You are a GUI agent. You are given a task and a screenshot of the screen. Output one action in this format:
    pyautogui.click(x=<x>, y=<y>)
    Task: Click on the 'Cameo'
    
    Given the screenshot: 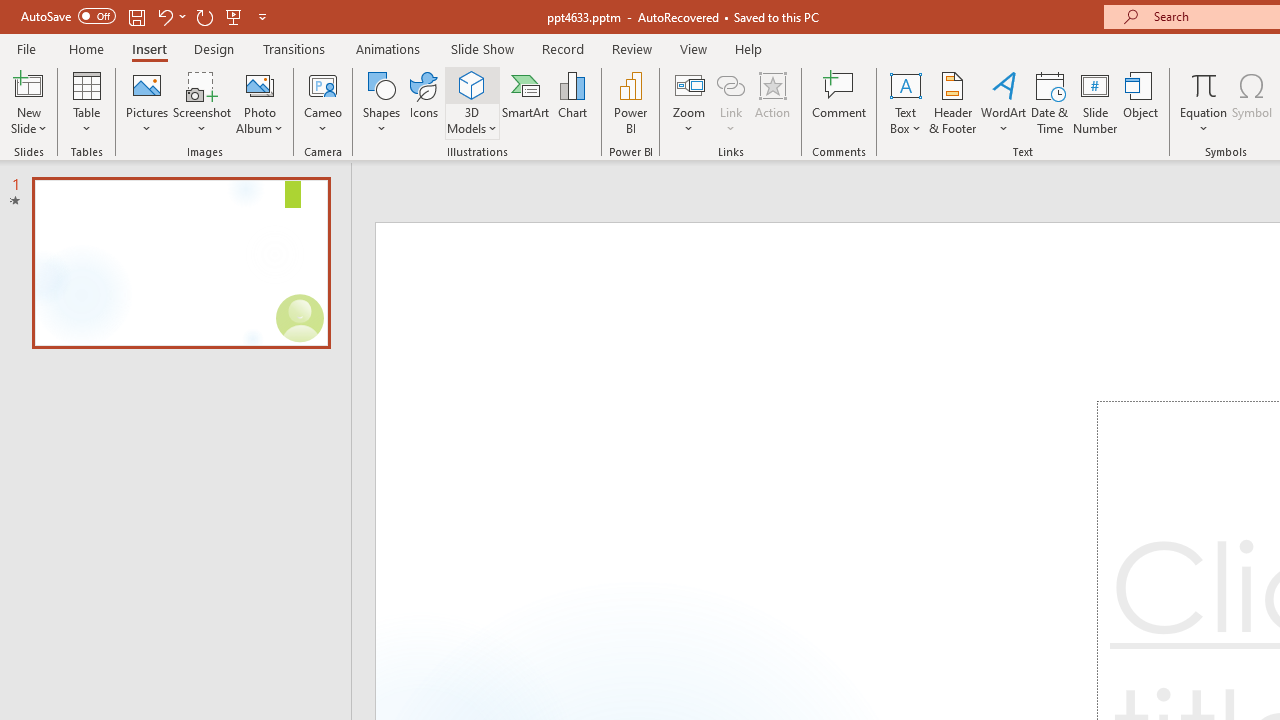 What is the action you would take?
    pyautogui.click(x=323, y=84)
    